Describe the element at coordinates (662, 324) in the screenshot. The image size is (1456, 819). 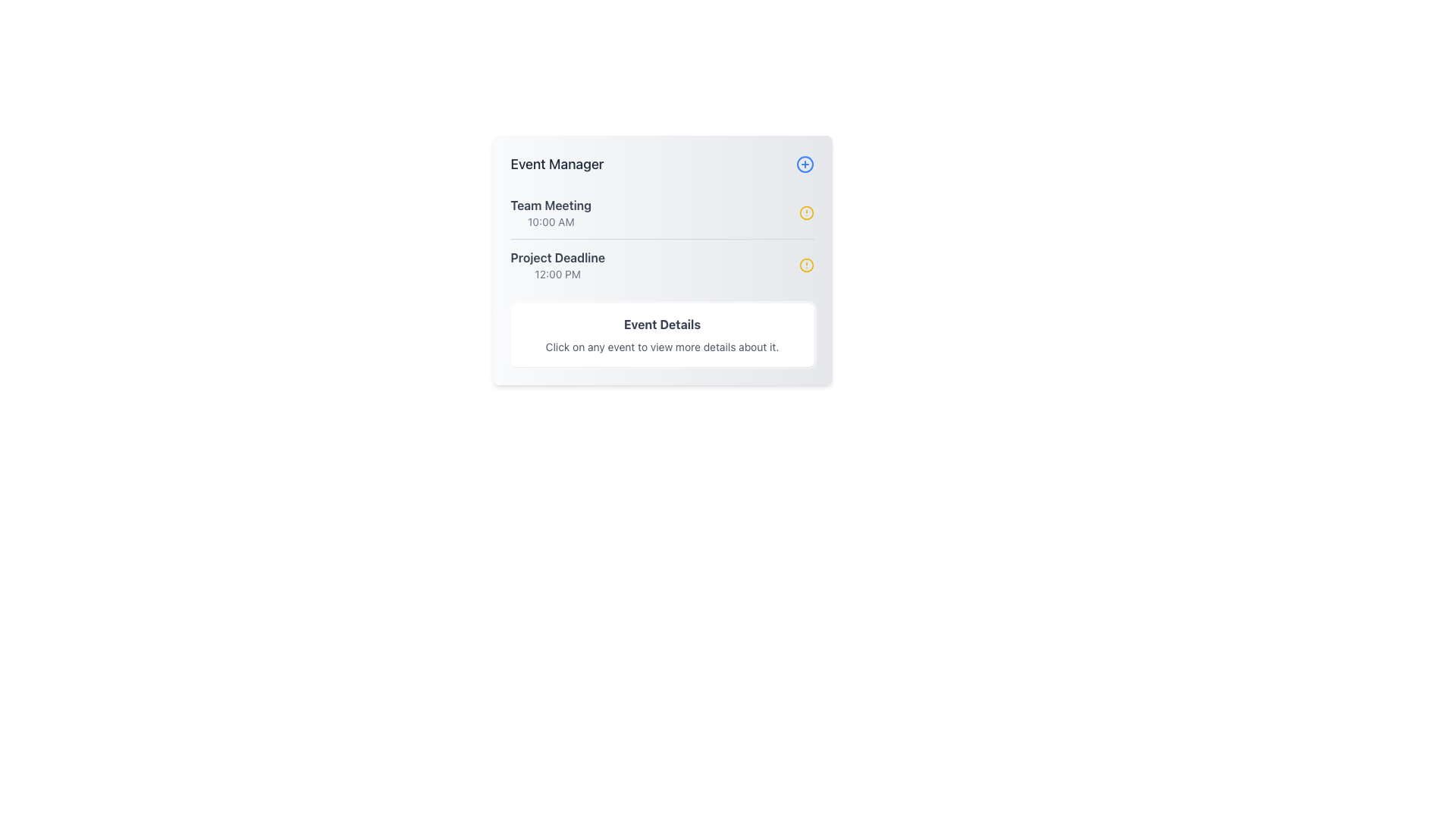
I see `the bold text element reading 'Event Details' that is centrally located within a white box and serves as a title above descriptive instructions` at that location.